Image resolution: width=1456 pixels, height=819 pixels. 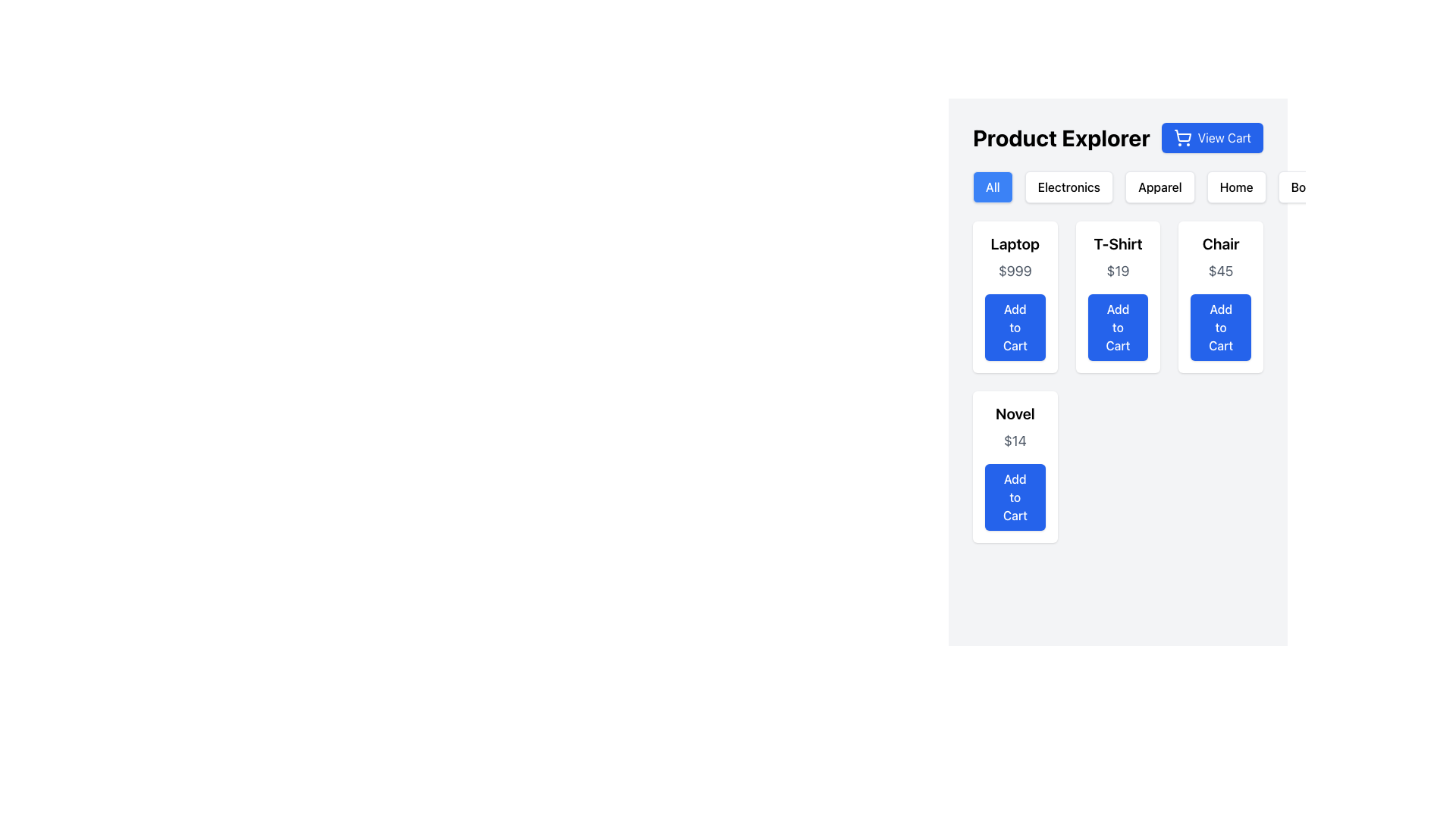 I want to click on the third 'Add to Cart' button located under the '$45' text in the product block for 'Chair', so click(x=1221, y=327).